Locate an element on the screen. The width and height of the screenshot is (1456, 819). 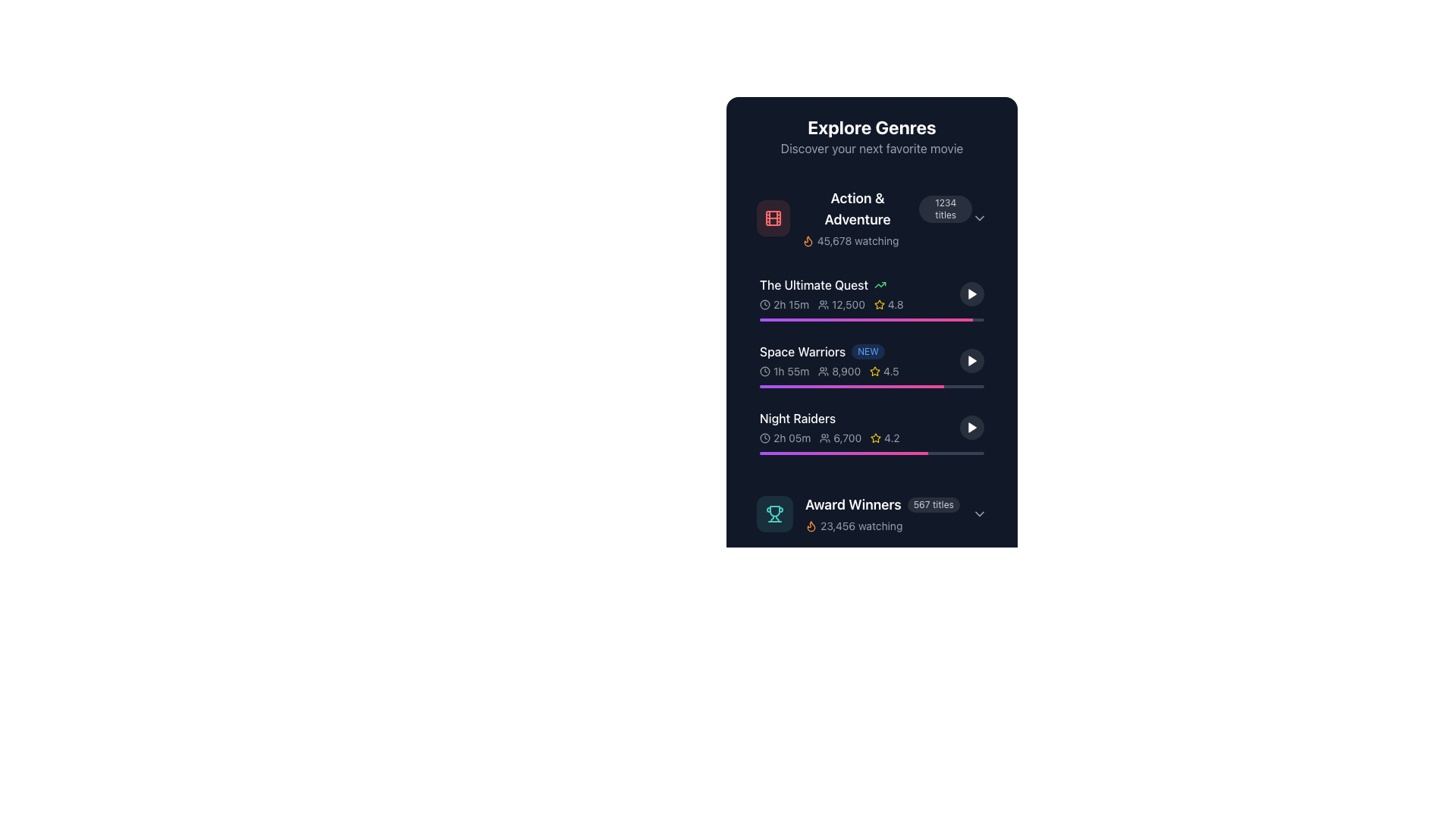
the informational display element that shows the movie's duration, user count, and rating for 'Space Warriors' in the 'Explore Genres' section is located at coordinates (859, 371).